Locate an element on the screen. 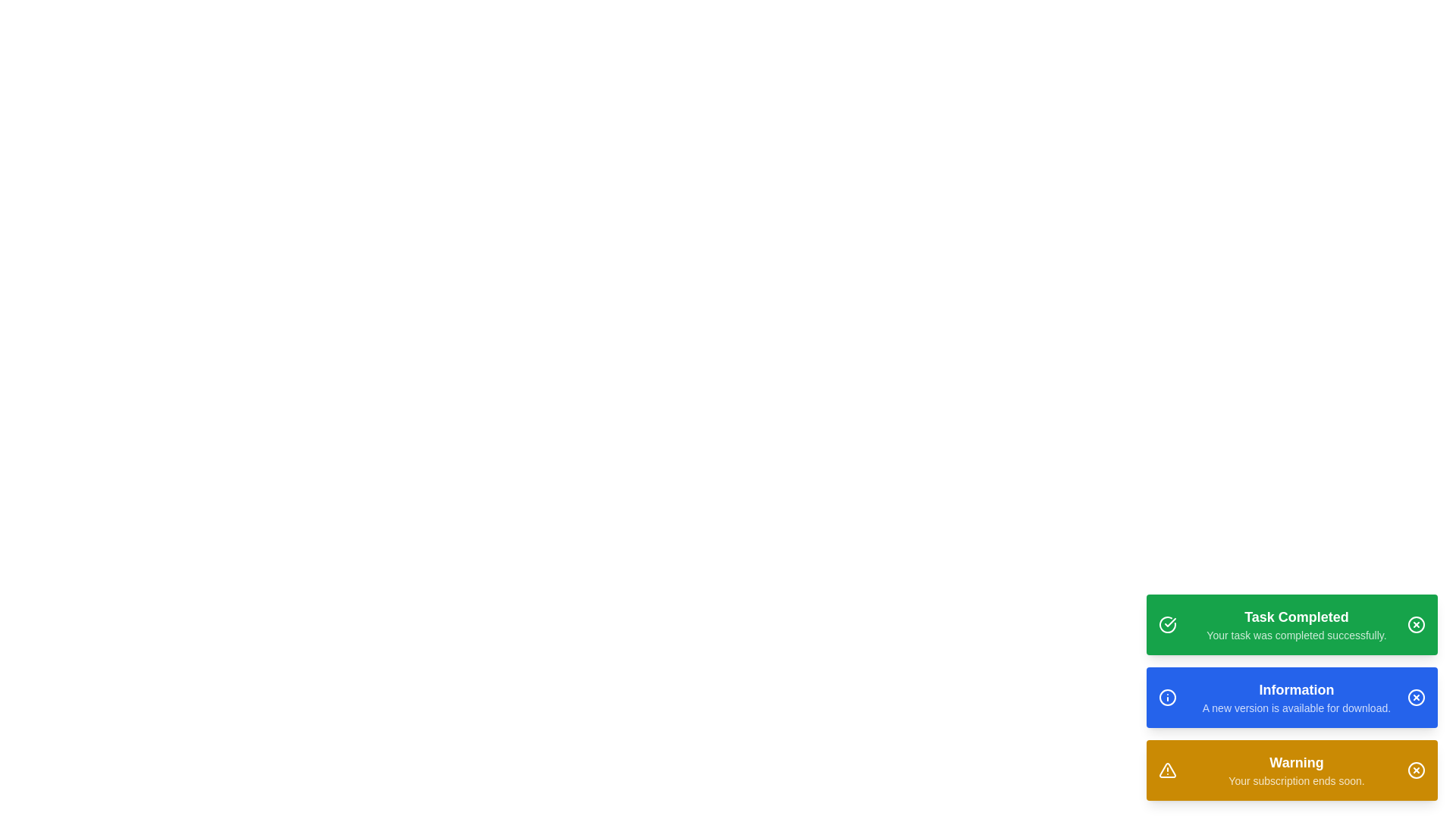 The image size is (1456, 819). the text snippet that reads 'A new version is available for download,' which is positioned below the heading 'Information' in the blue notification card is located at coordinates (1295, 708).